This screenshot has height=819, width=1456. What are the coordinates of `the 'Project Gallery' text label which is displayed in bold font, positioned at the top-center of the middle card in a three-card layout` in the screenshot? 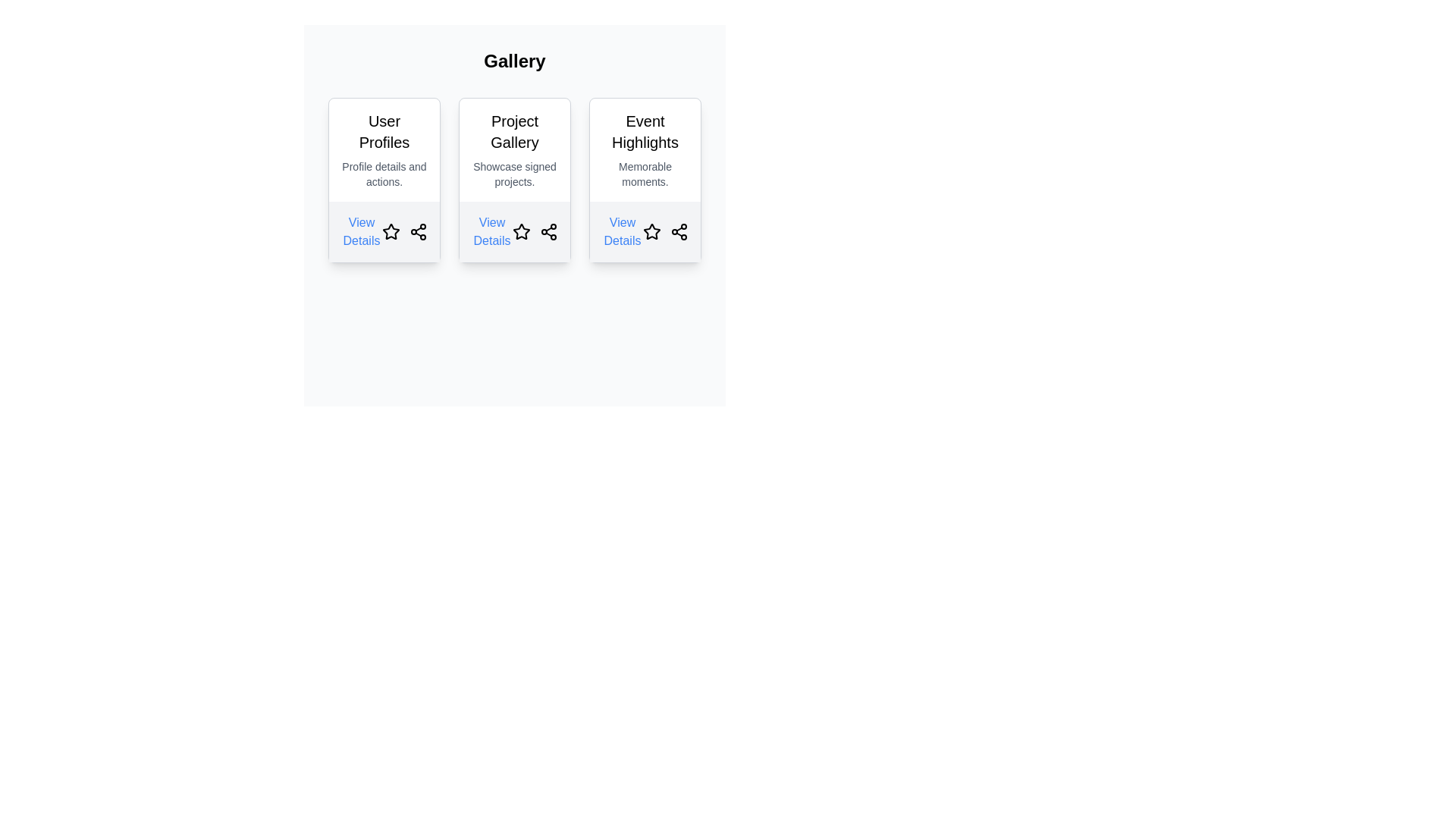 It's located at (514, 130).